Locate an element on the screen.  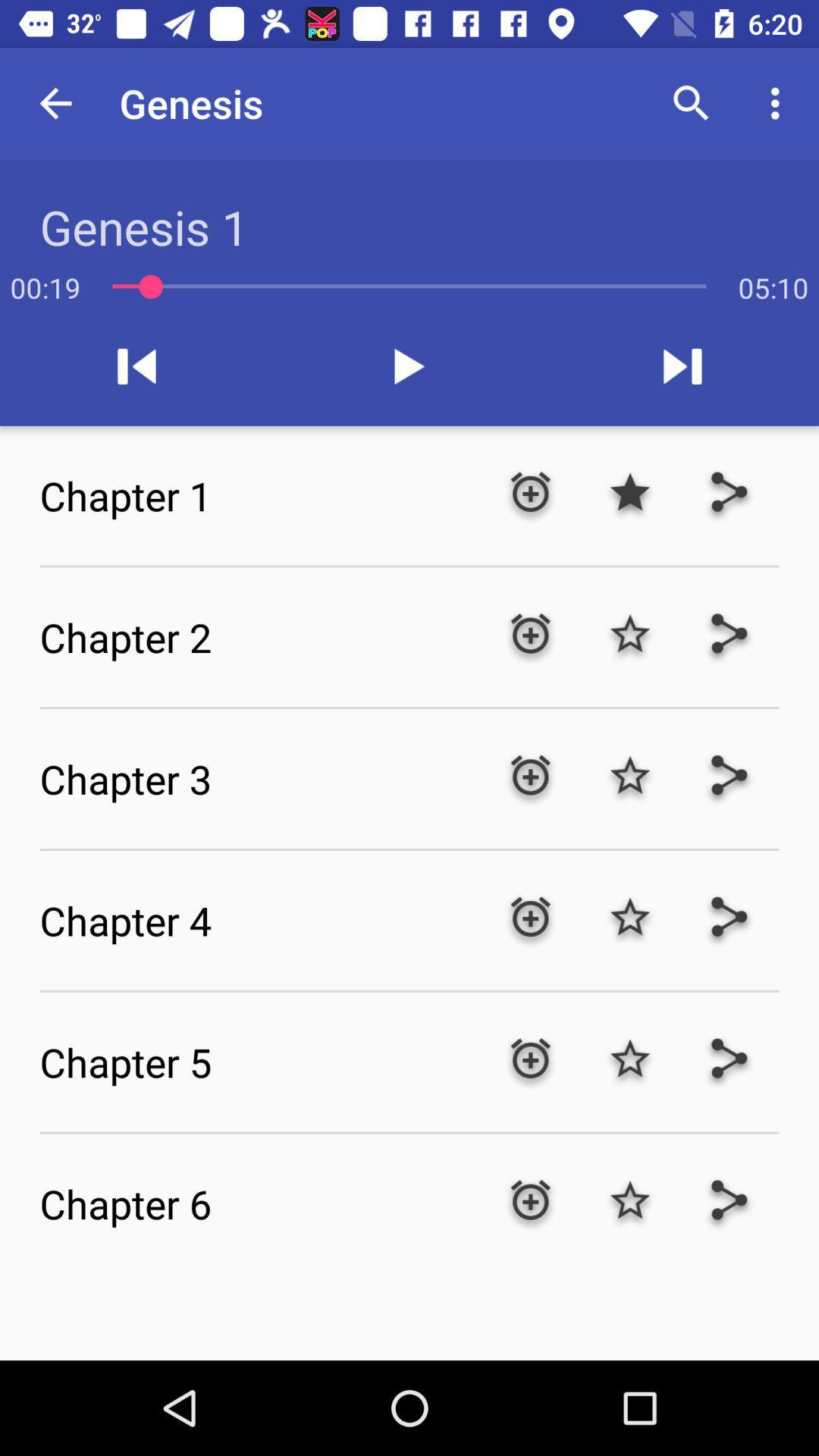
chapter 2 is located at coordinates (259, 637).